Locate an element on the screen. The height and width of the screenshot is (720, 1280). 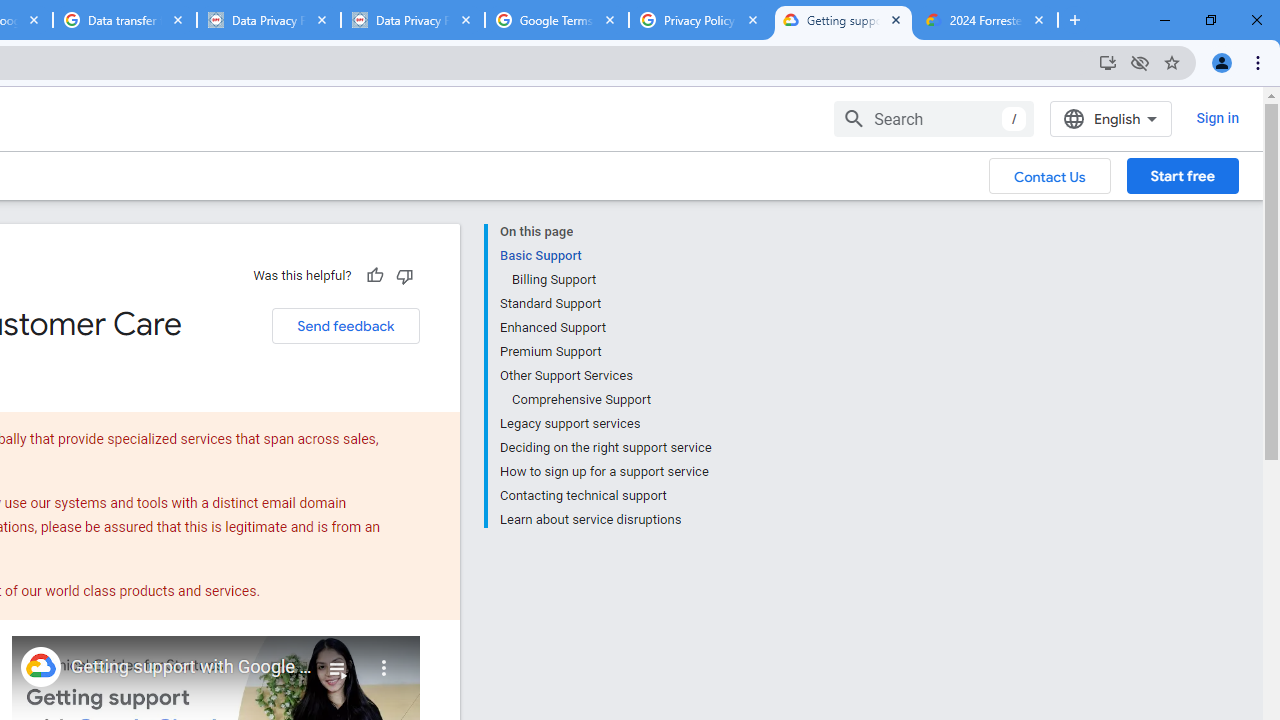
'Install Google Cloud' is located at coordinates (1106, 61).